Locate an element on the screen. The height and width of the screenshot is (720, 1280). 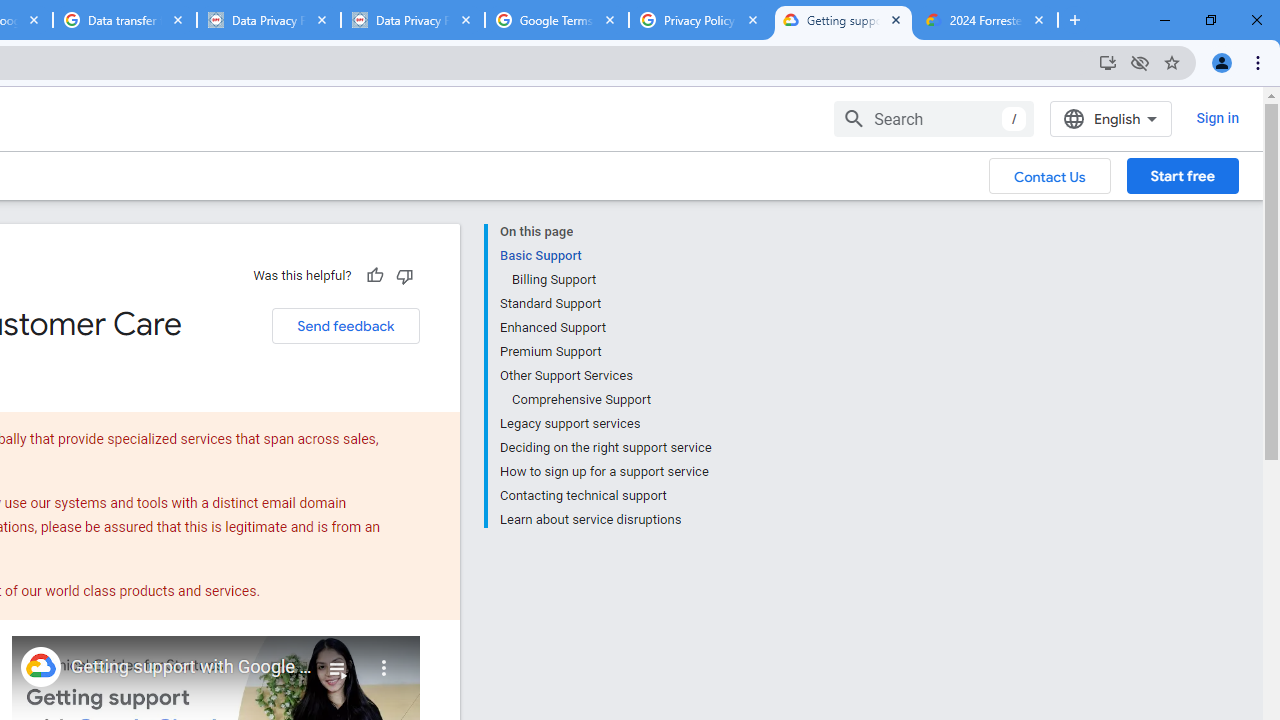
'Install Google Cloud' is located at coordinates (1106, 61).